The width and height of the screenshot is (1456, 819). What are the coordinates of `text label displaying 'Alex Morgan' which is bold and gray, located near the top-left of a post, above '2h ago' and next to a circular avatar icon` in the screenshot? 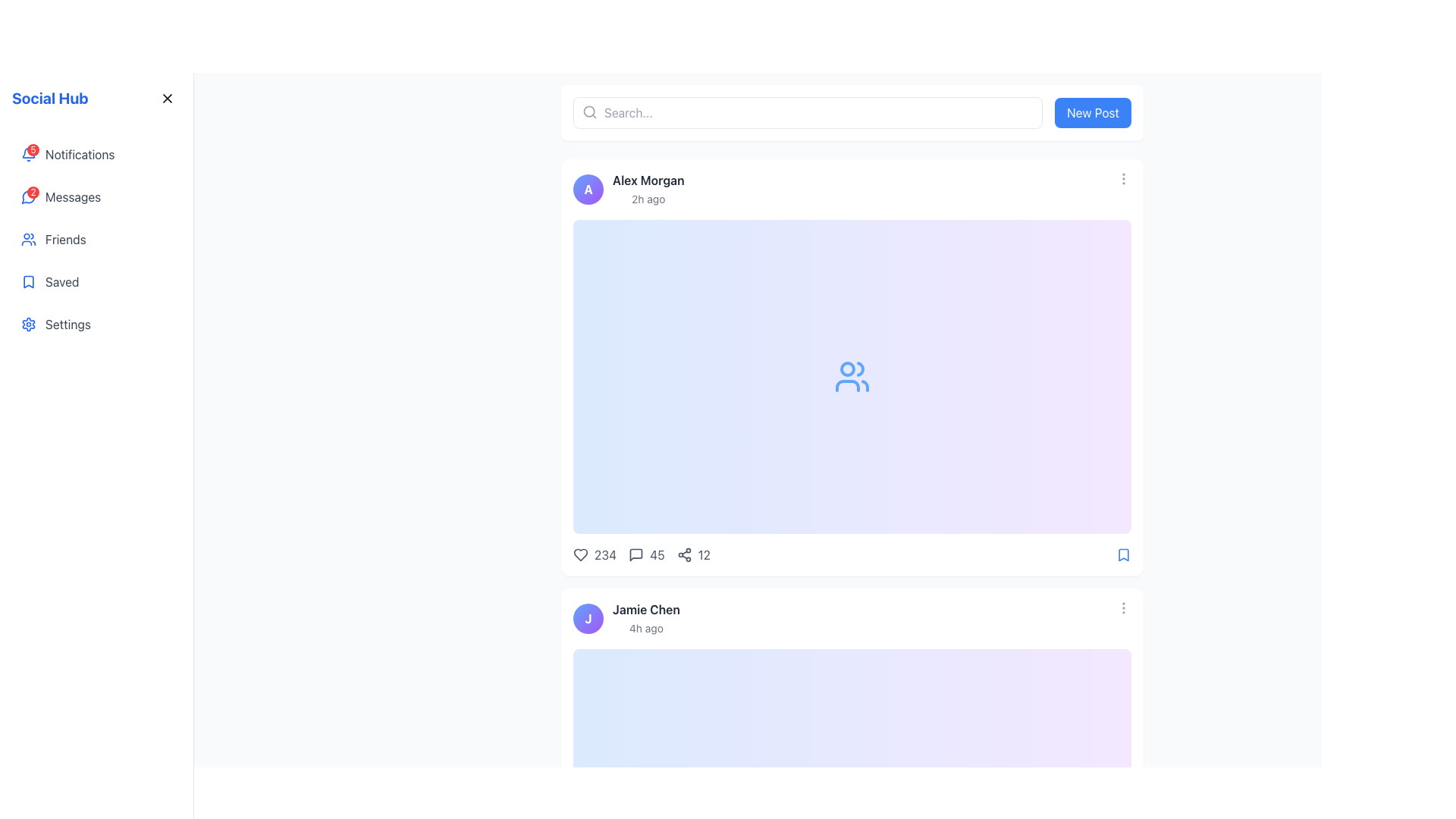 It's located at (648, 180).